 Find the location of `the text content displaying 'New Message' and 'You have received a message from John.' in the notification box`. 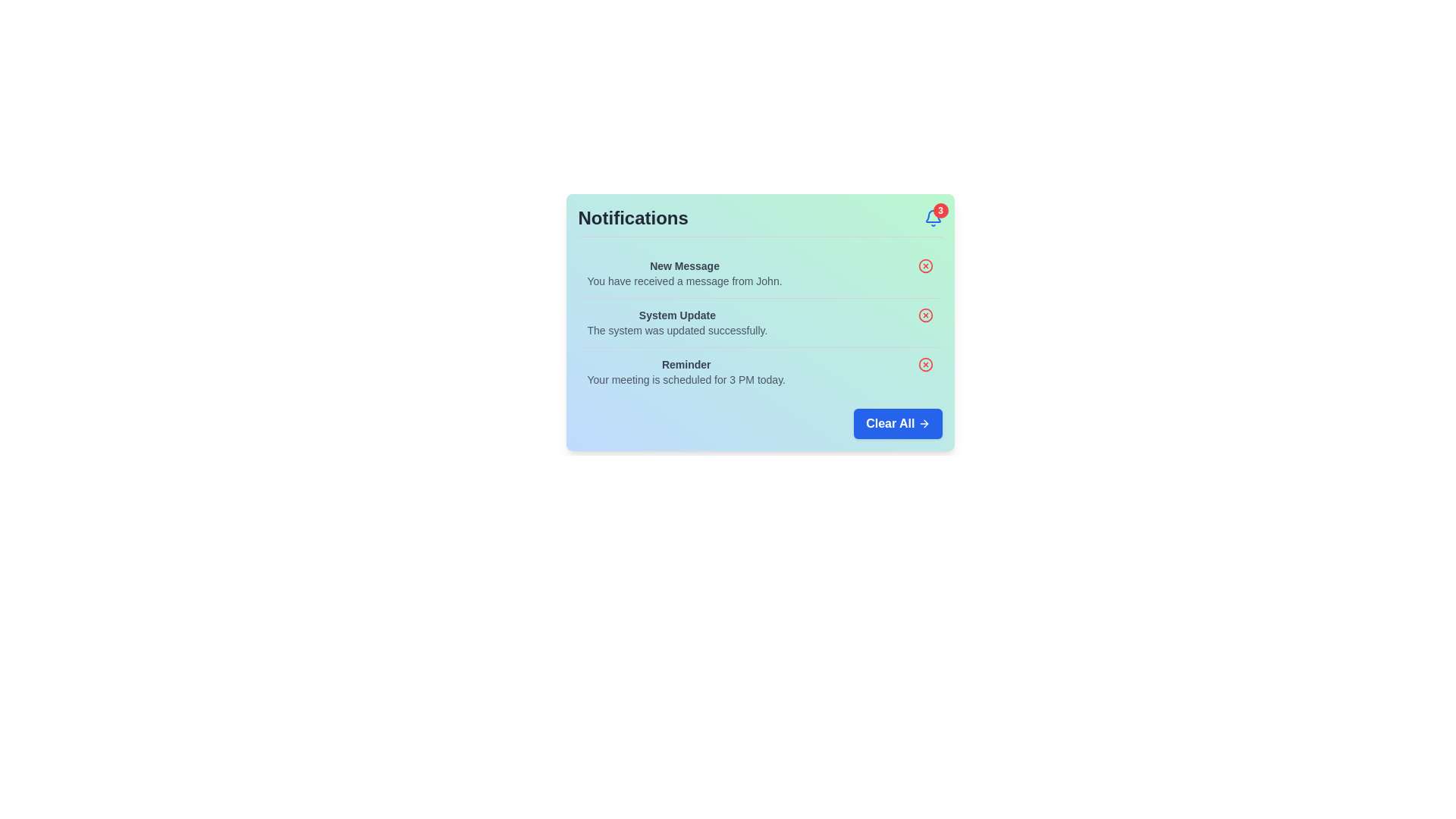

the text content displaying 'New Message' and 'You have received a message from John.' in the notification box is located at coordinates (683, 274).